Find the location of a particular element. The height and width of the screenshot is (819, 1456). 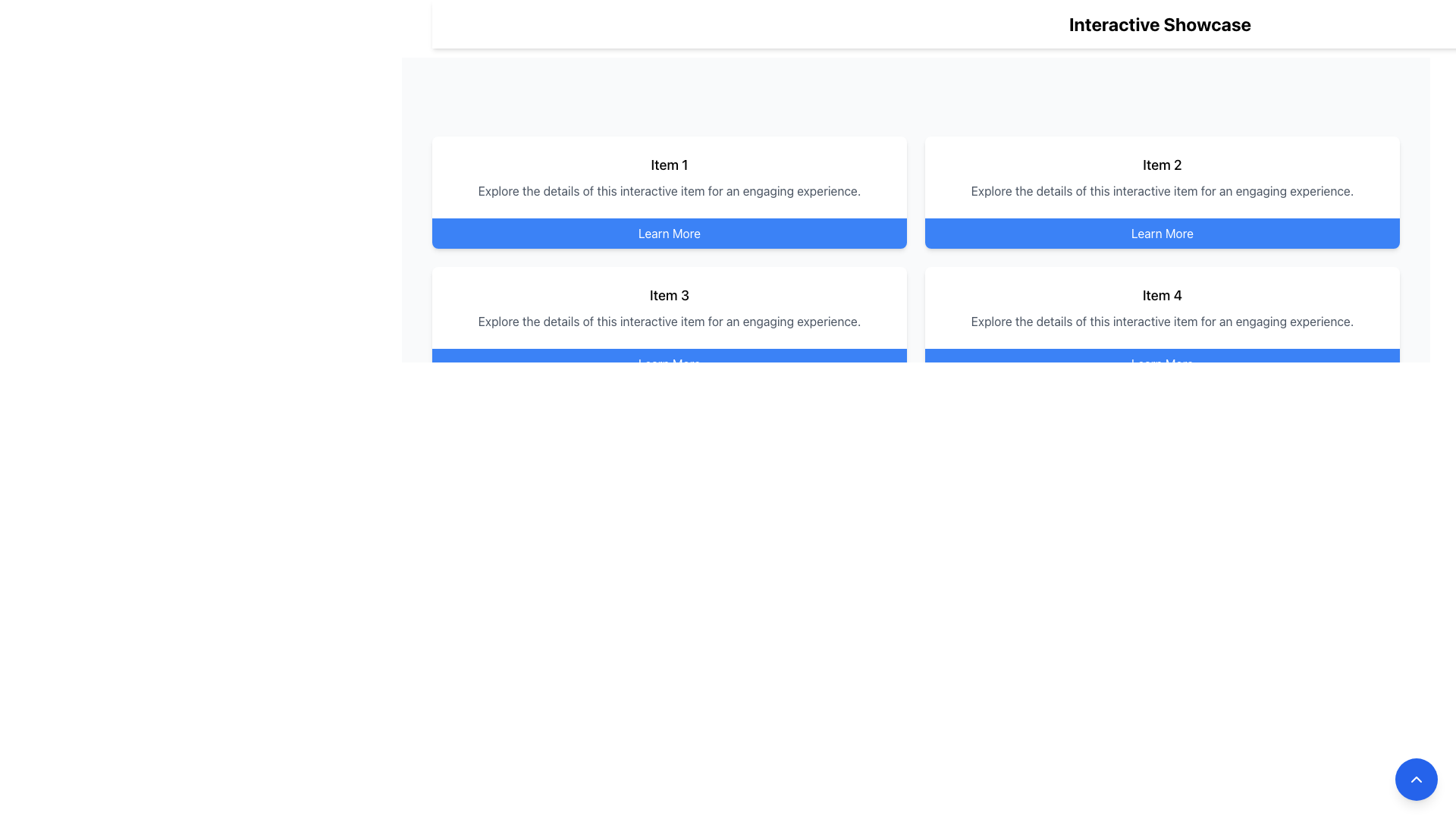

keyboard navigation is located at coordinates (669, 234).